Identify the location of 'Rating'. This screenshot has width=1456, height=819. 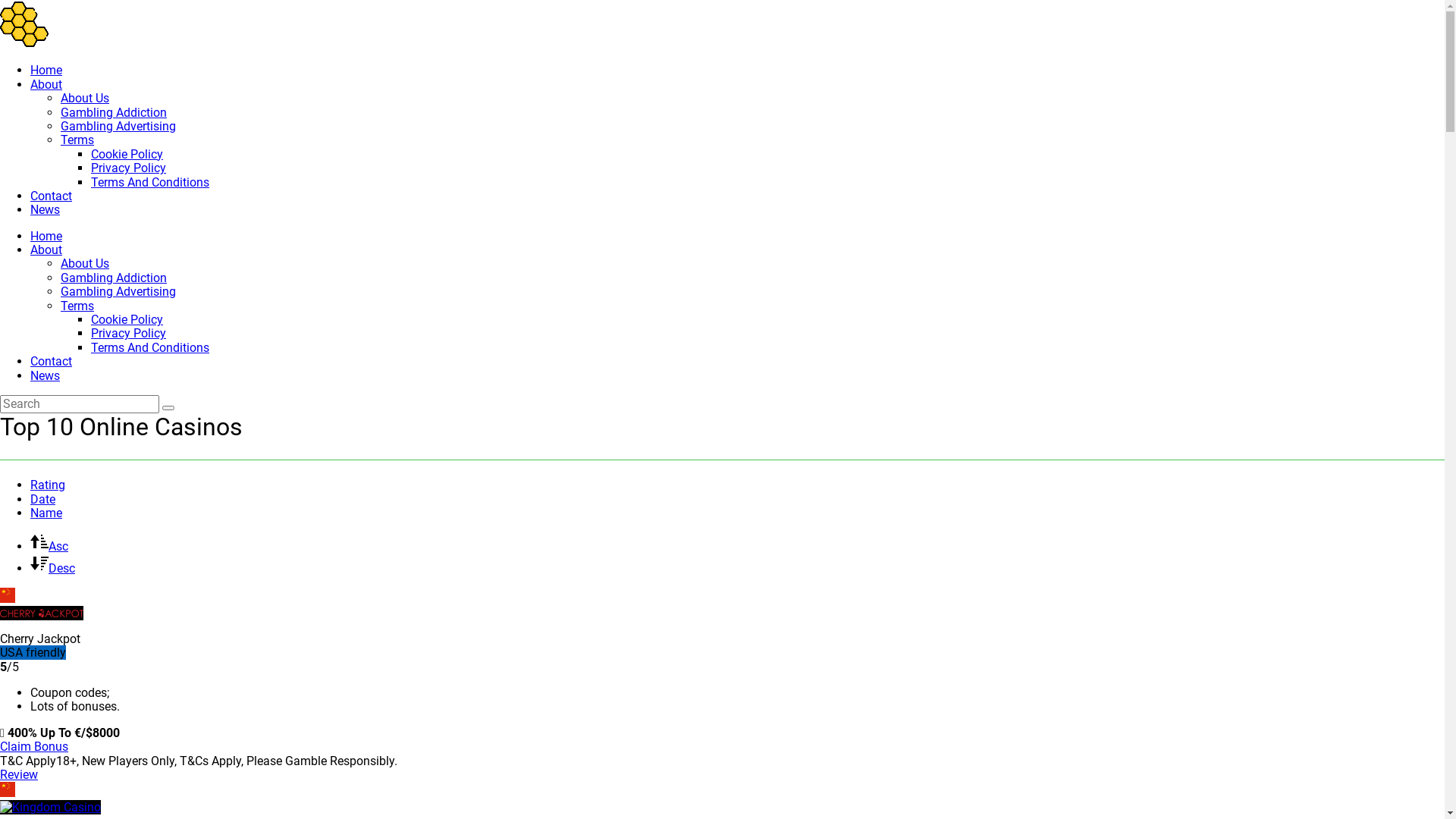
(47, 485).